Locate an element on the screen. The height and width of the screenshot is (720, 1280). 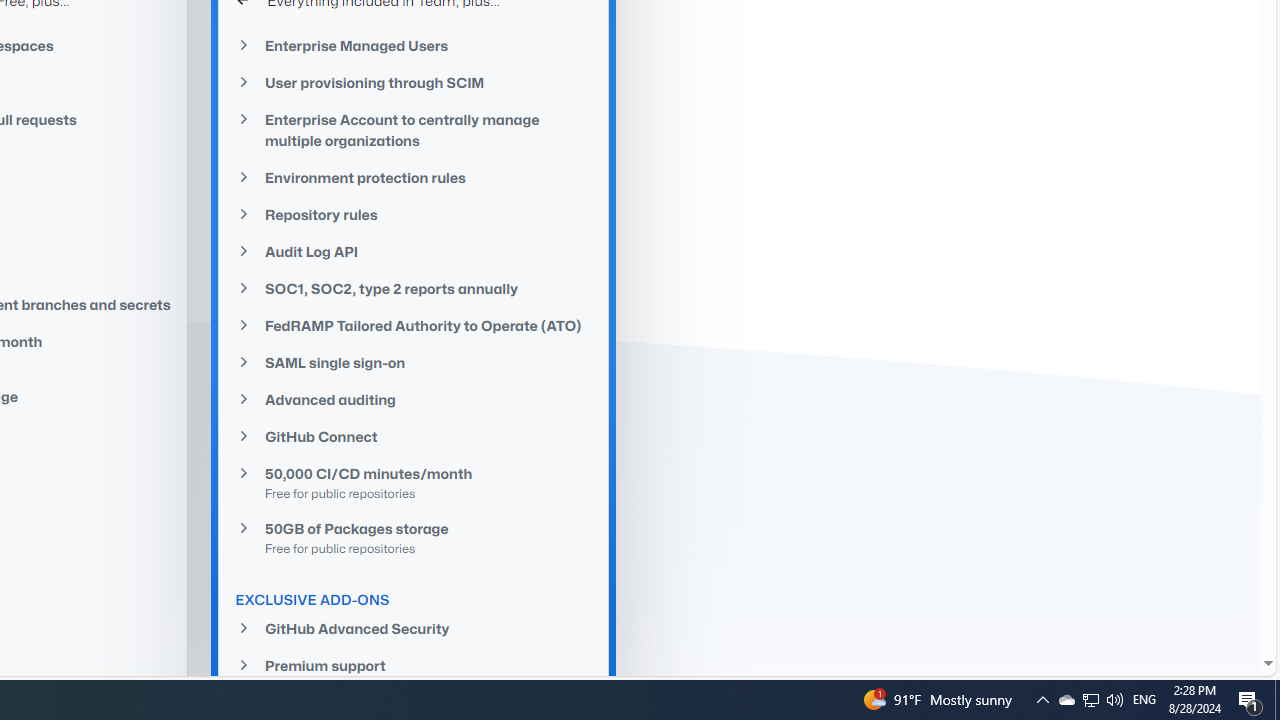
'Audit Log API' is located at coordinates (413, 250).